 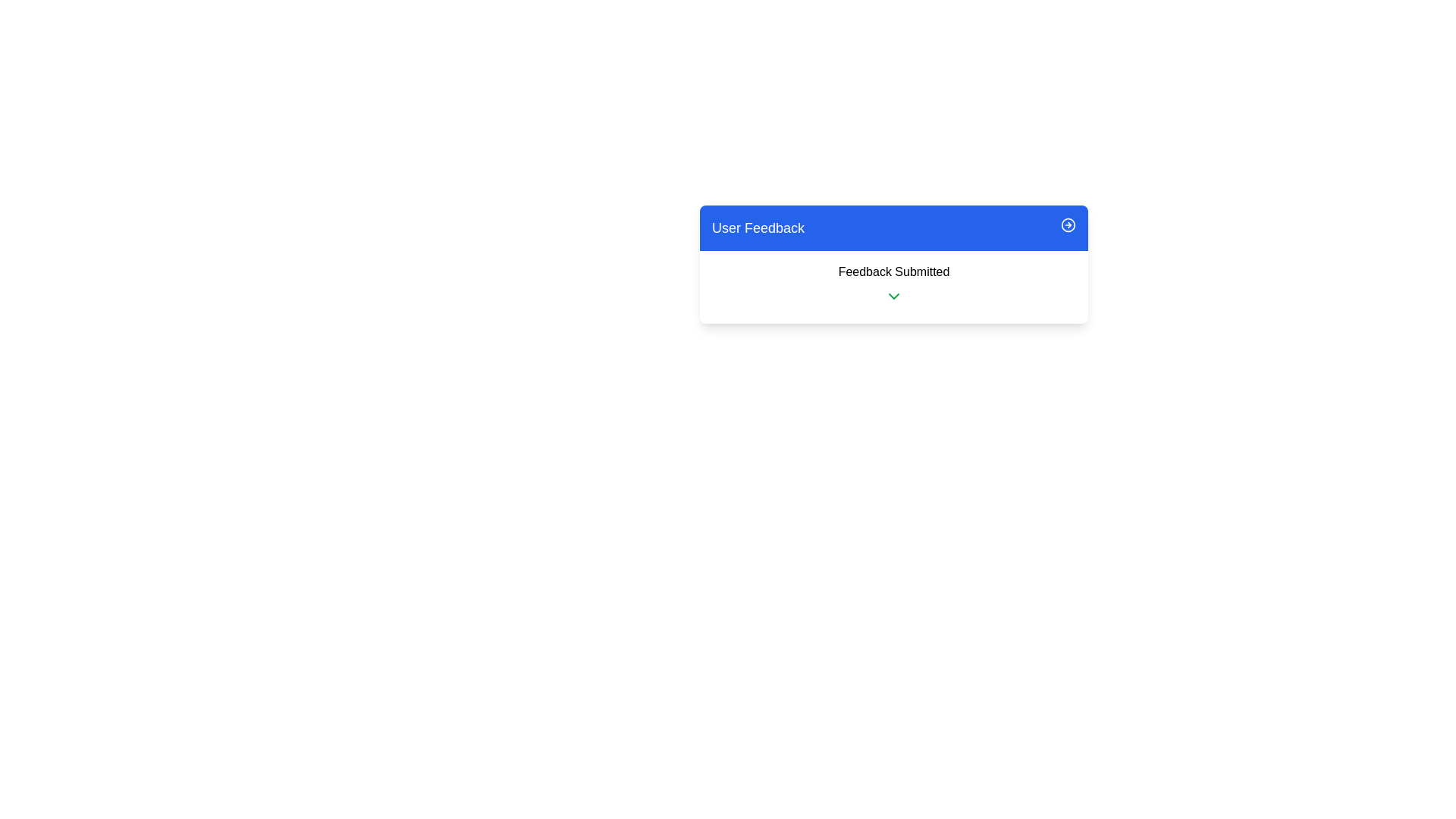 I want to click on properties of the circular outline element representing the outer shape of a right-arrow icon located at the top right corner of the feedback dialog box, so click(x=1068, y=225).